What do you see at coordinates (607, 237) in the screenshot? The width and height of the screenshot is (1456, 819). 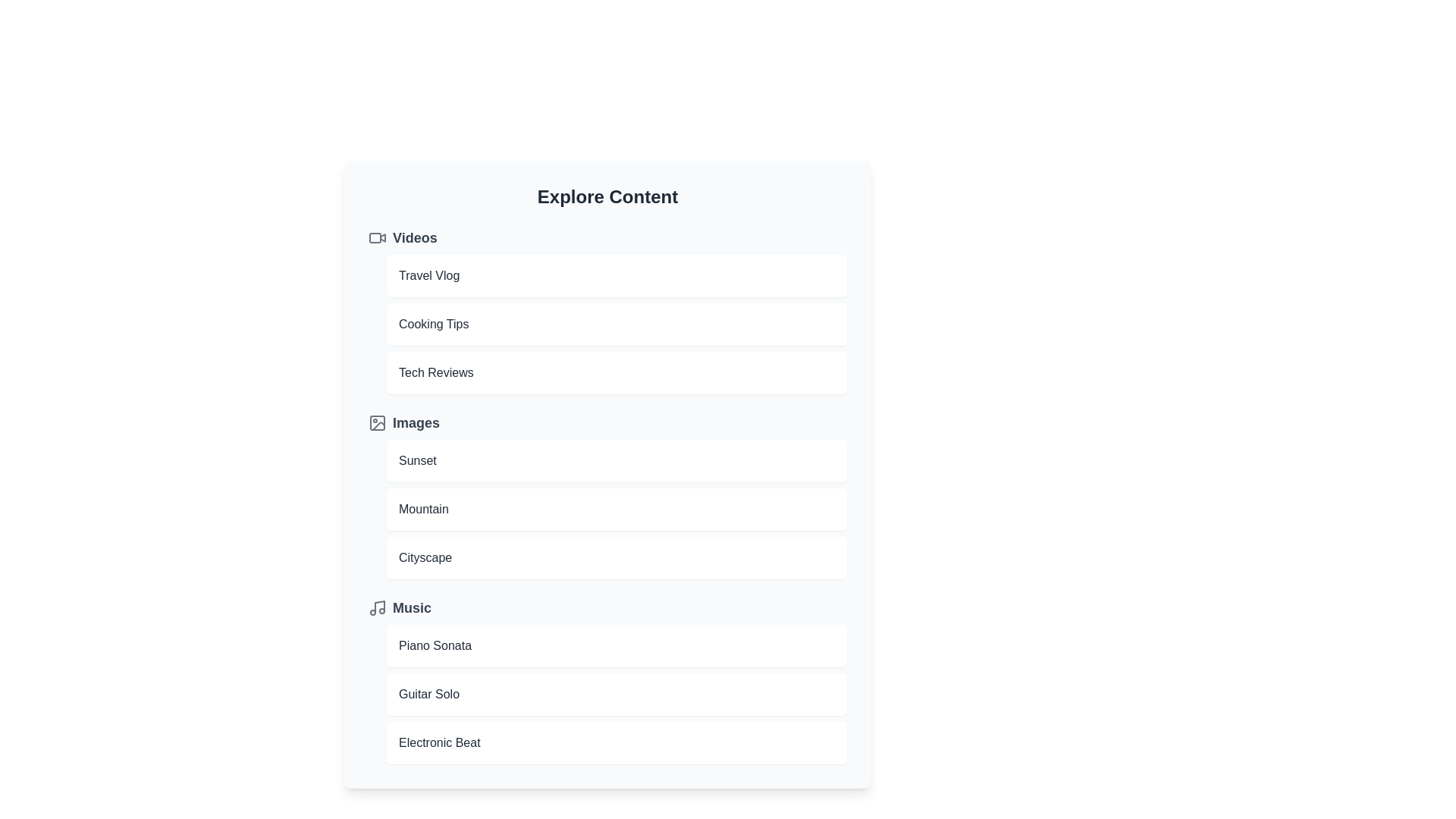 I see `the category Videos to toggle its visibility` at bounding box center [607, 237].